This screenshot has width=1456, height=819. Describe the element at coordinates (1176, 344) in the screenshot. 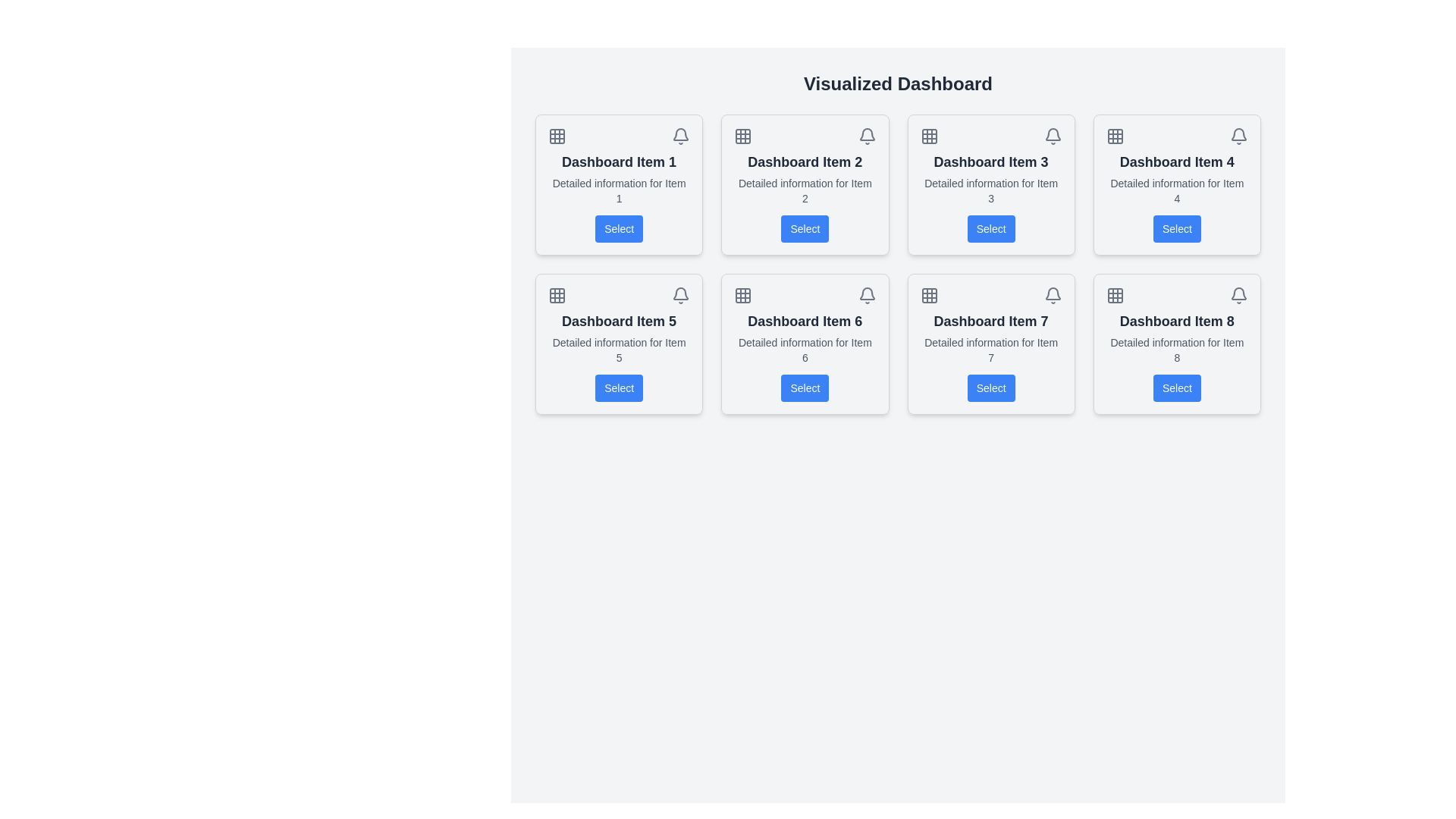

I see `the 'Dashboard Item 8' card` at that location.